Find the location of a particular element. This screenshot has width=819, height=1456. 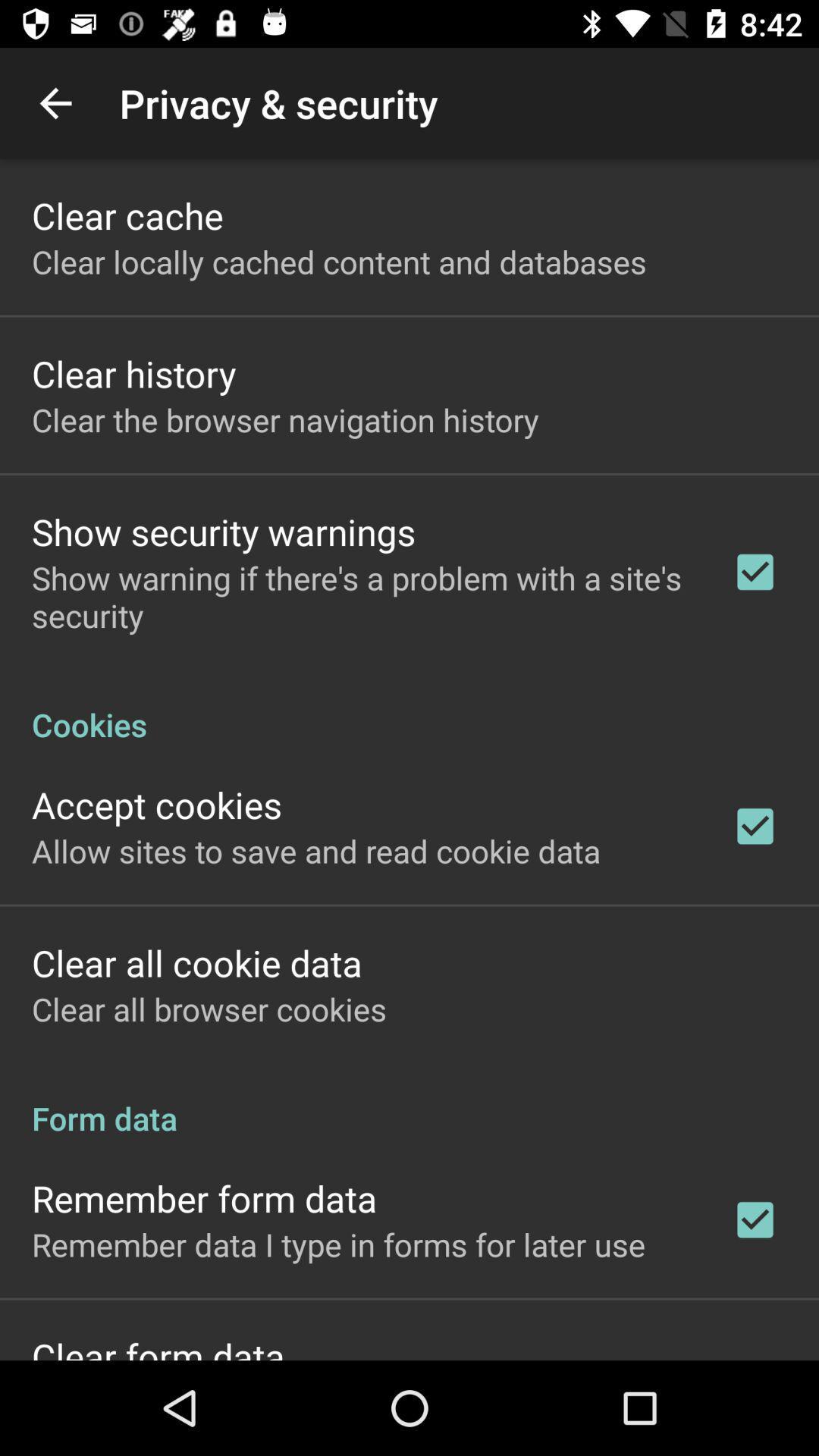

clear locally cached icon is located at coordinates (338, 262).